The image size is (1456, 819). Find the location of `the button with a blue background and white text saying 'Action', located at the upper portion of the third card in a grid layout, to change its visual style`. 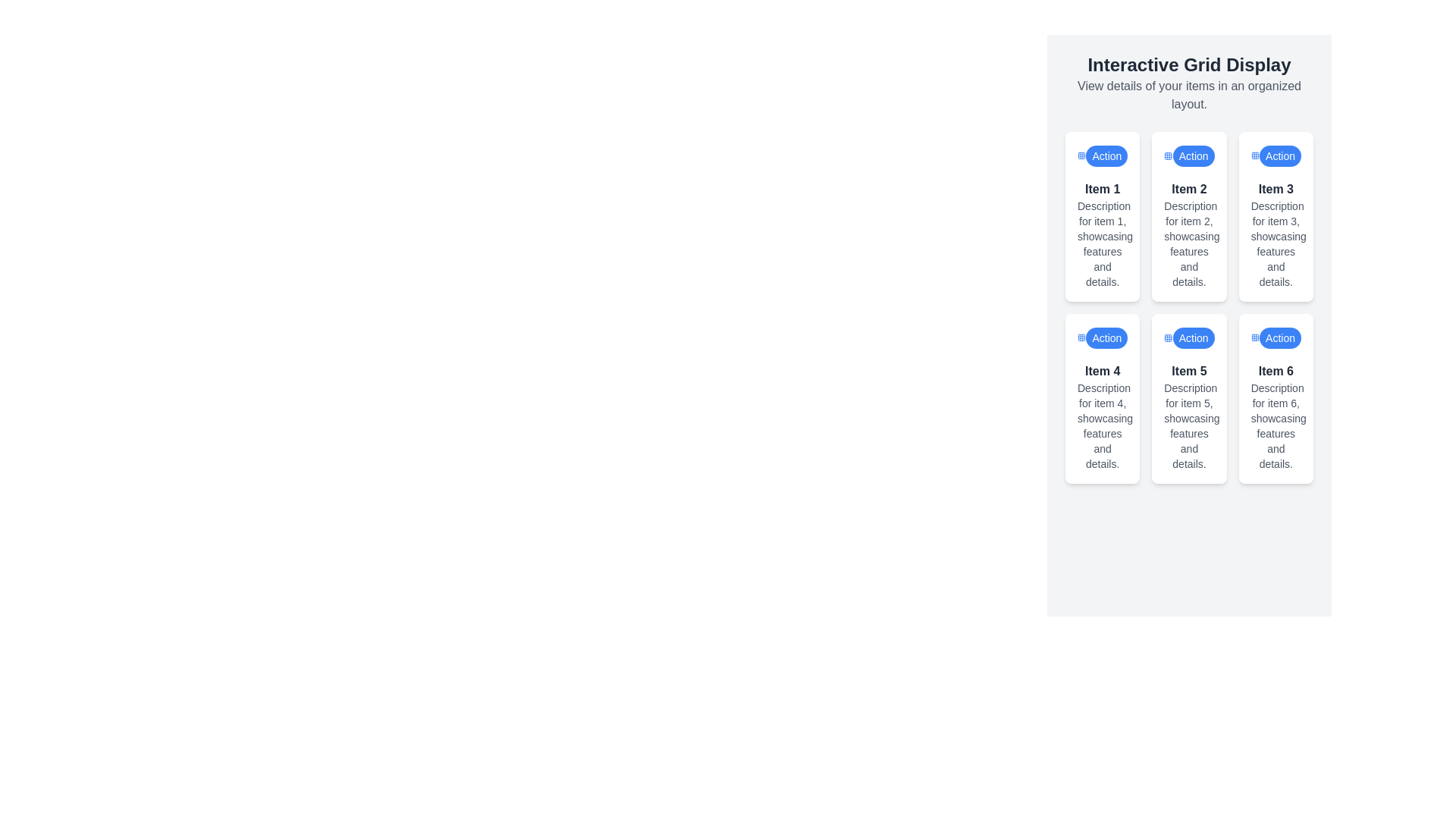

the button with a blue background and white text saying 'Action', located at the upper portion of the third card in a grid layout, to change its visual style is located at coordinates (1275, 155).